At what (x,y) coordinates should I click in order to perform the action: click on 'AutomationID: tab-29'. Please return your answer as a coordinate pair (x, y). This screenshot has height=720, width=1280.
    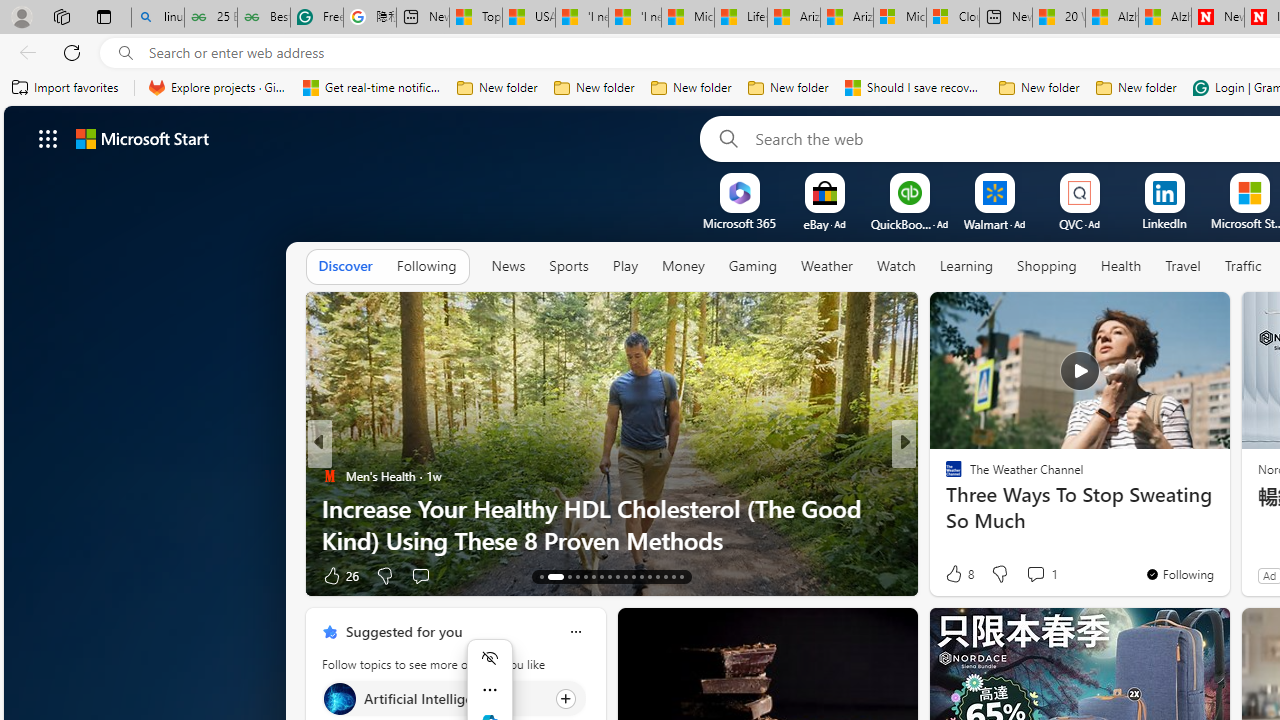
    Looking at the image, I should click on (681, 577).